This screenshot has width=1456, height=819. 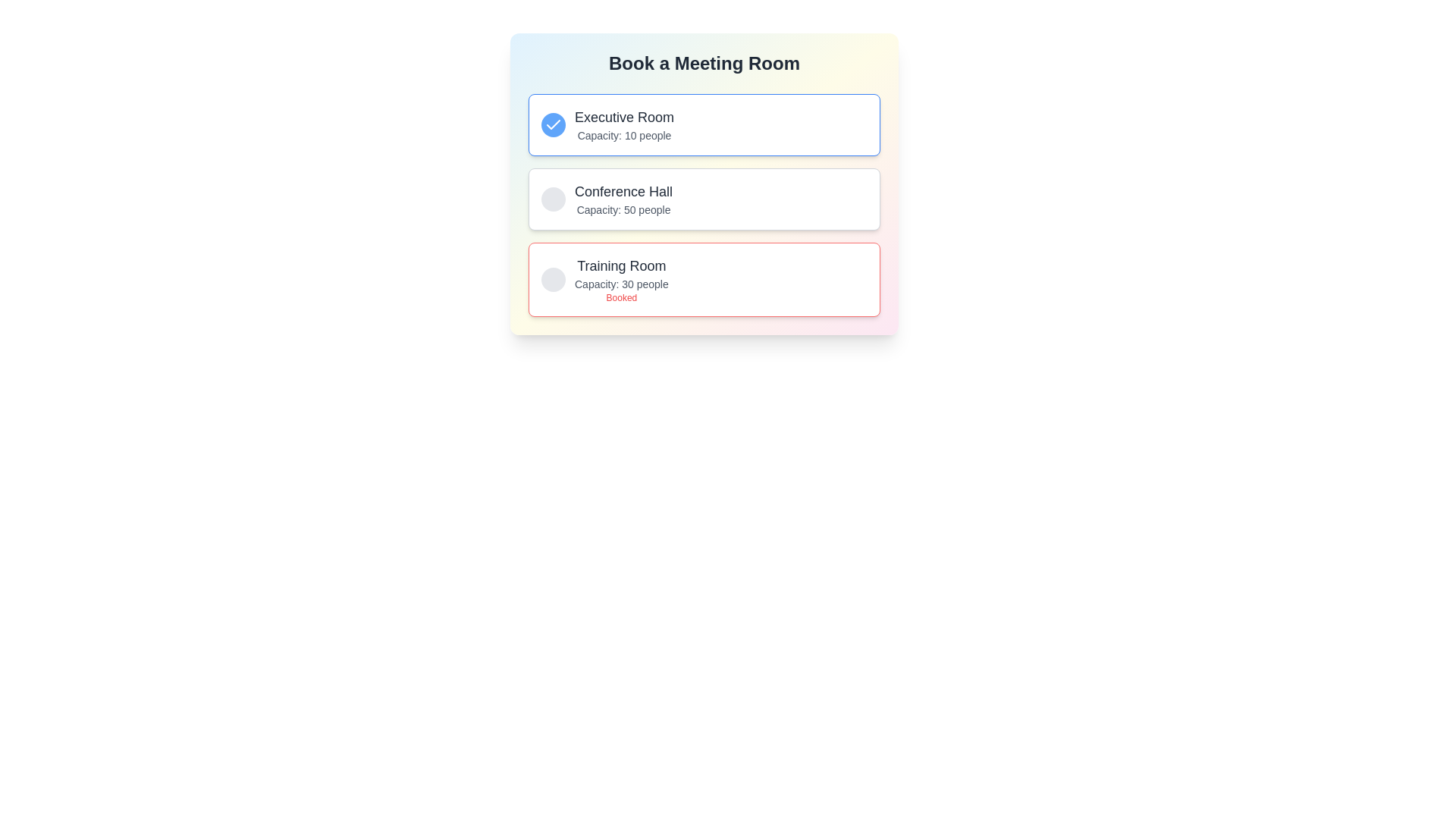 What do you see at coordinates (704, 280) in the screenshot?
I see `the 'Training Room' informational card located at the bottom of the vertical list` at bounding box center [704, 280].